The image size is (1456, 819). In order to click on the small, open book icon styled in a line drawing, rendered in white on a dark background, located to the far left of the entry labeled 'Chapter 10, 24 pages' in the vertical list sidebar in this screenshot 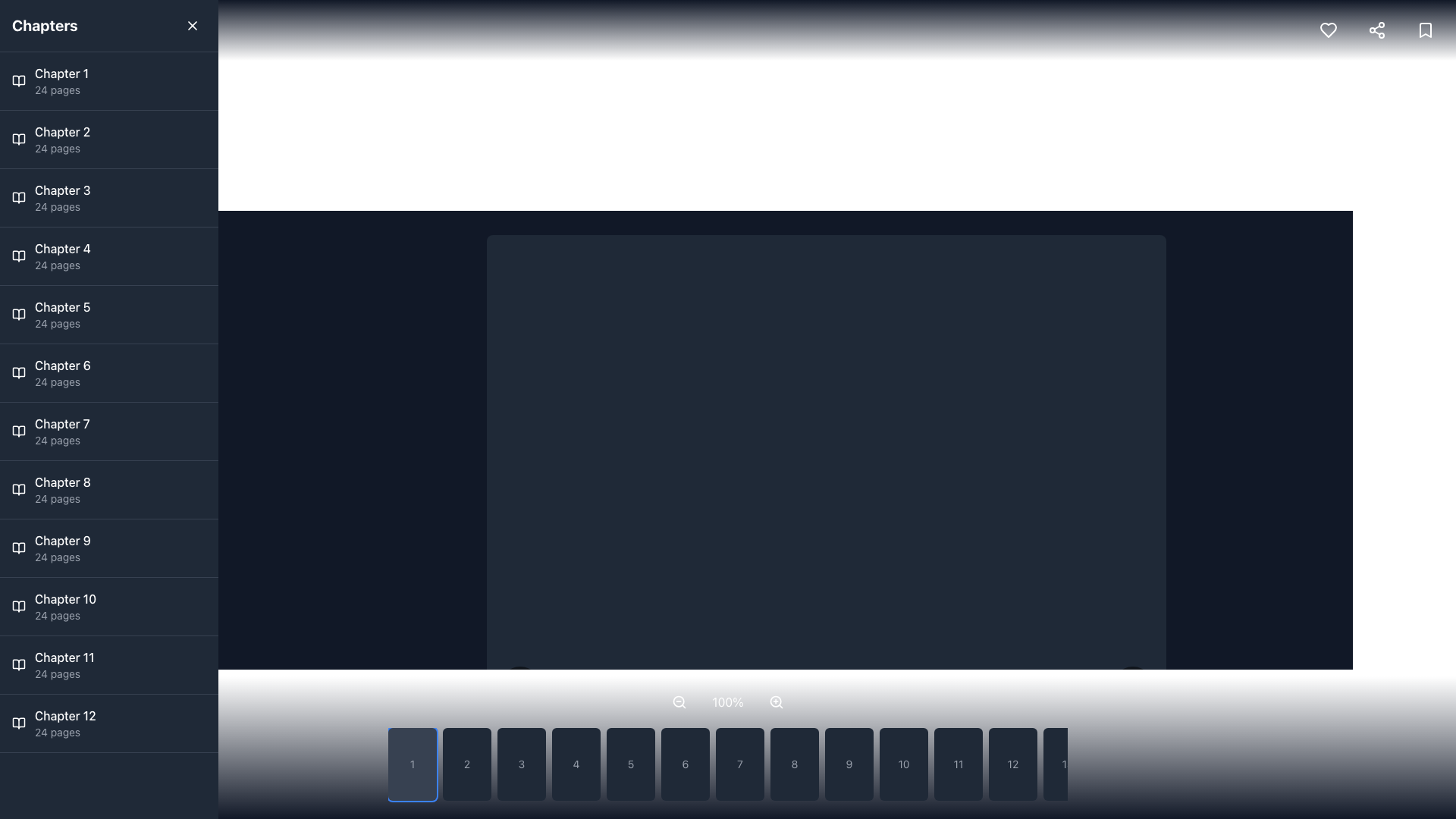, I will do `click(18, 605)`.